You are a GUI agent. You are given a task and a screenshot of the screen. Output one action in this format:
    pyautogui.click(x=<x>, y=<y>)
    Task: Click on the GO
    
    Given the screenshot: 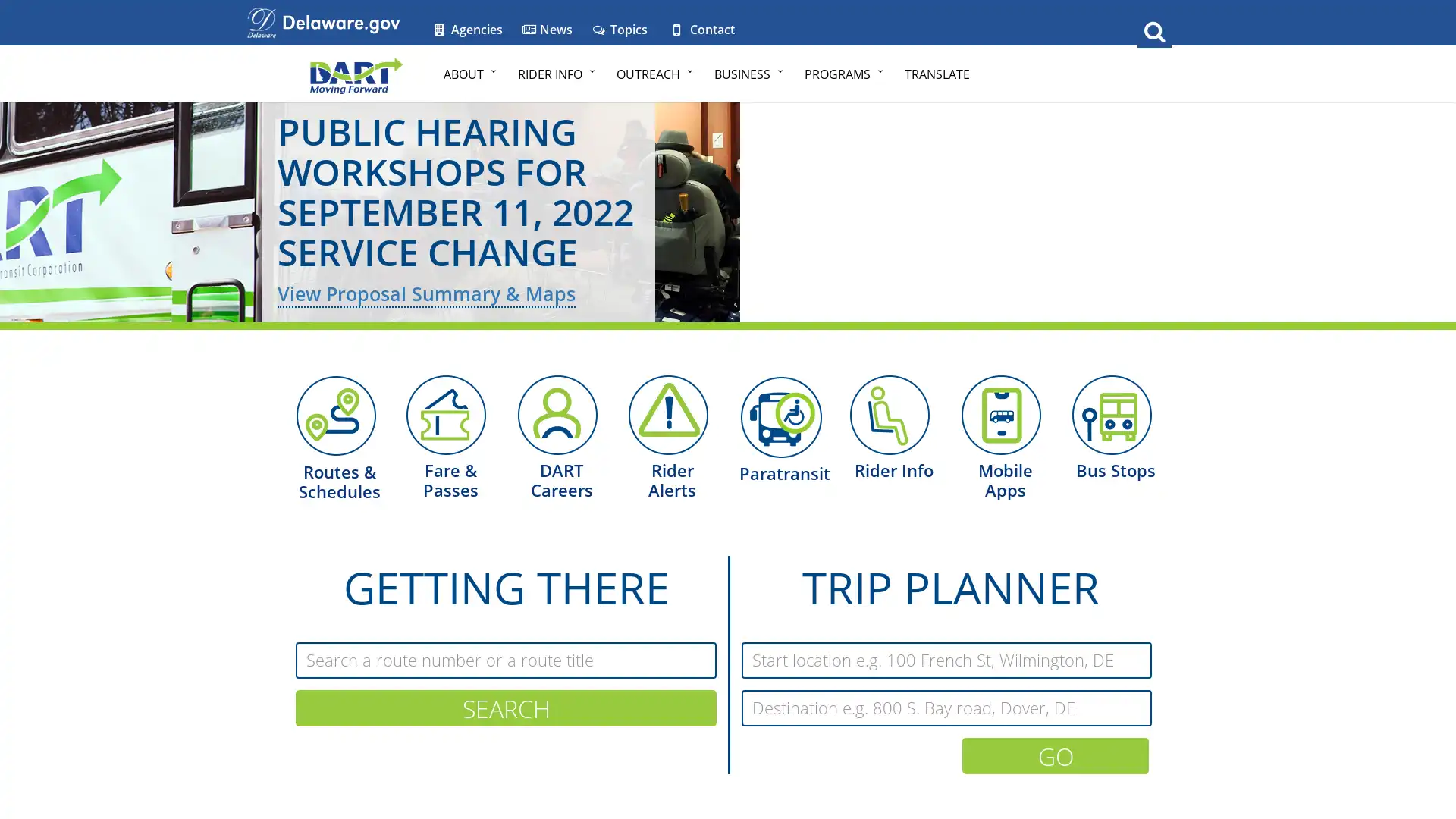 What is the action you would take?
    pyautogui.click(x=1055, y=755)
    